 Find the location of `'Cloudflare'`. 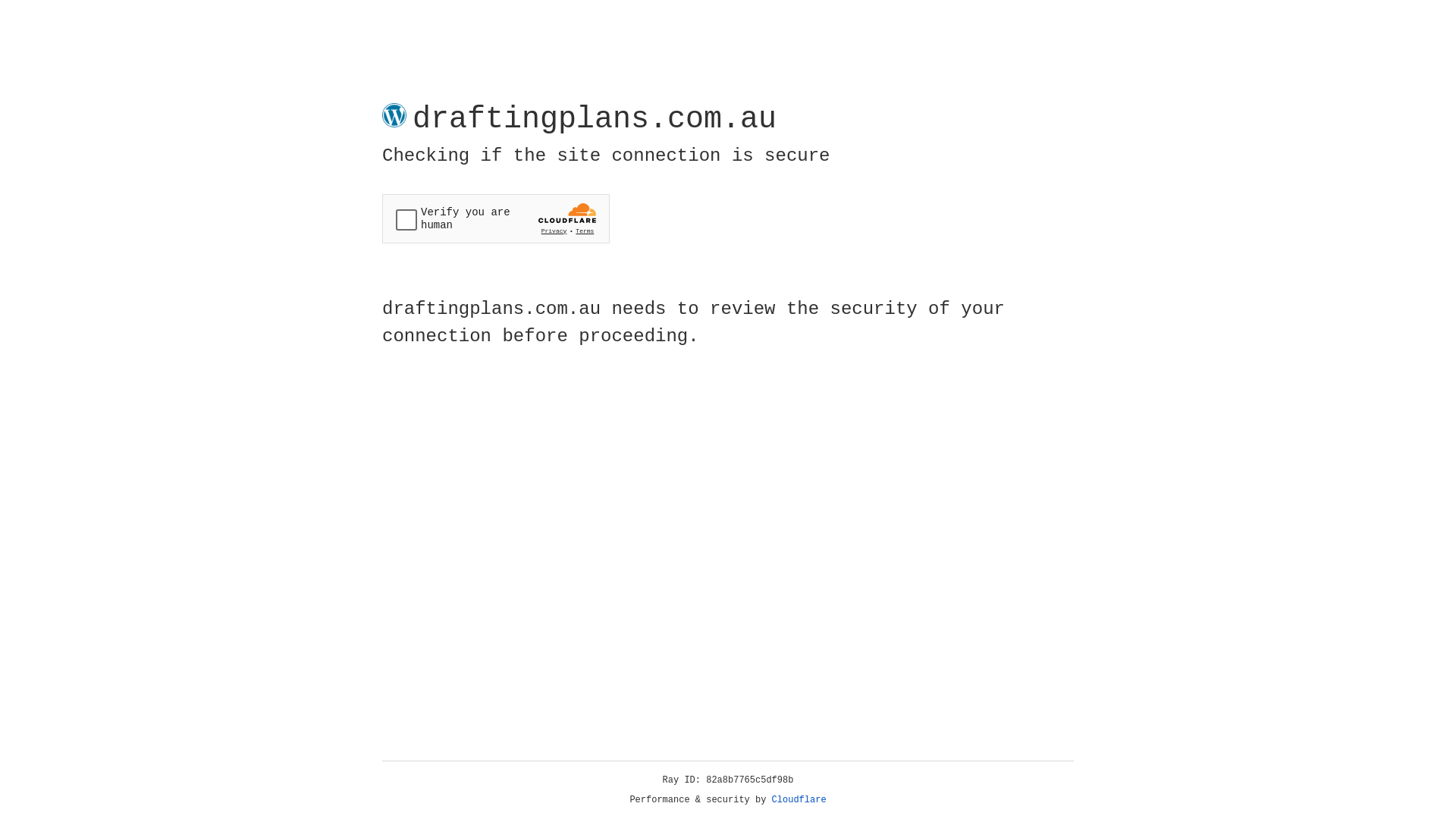

'Cloudflare' is located at coordinates (771, 799).